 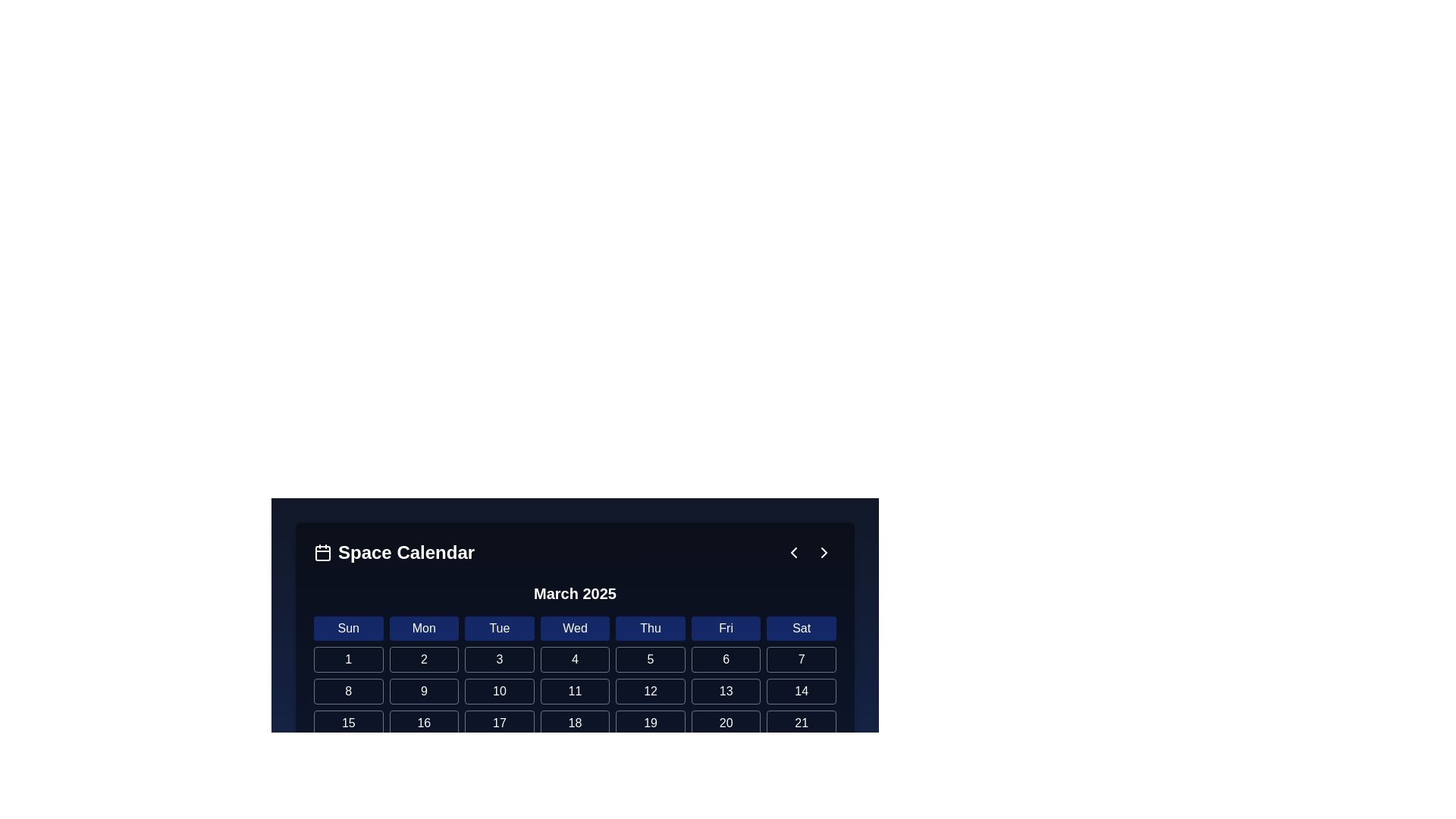 I want to click on the appearance of the calendar icon, which is positioned to the immediate left of the text 'Space Calendar' in the header area, so click(x=322, y=553).